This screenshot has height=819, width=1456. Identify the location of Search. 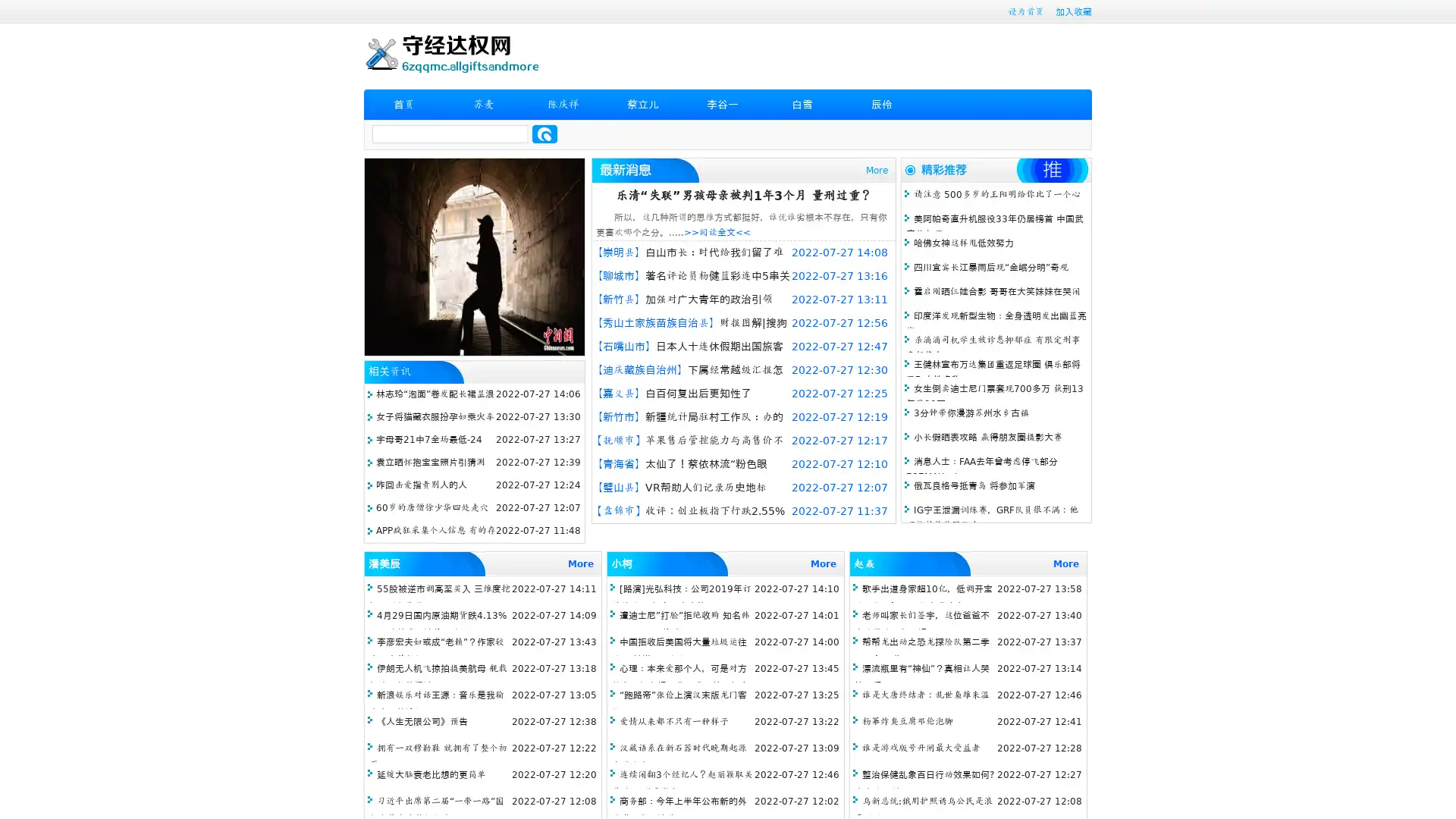
(544, 133).